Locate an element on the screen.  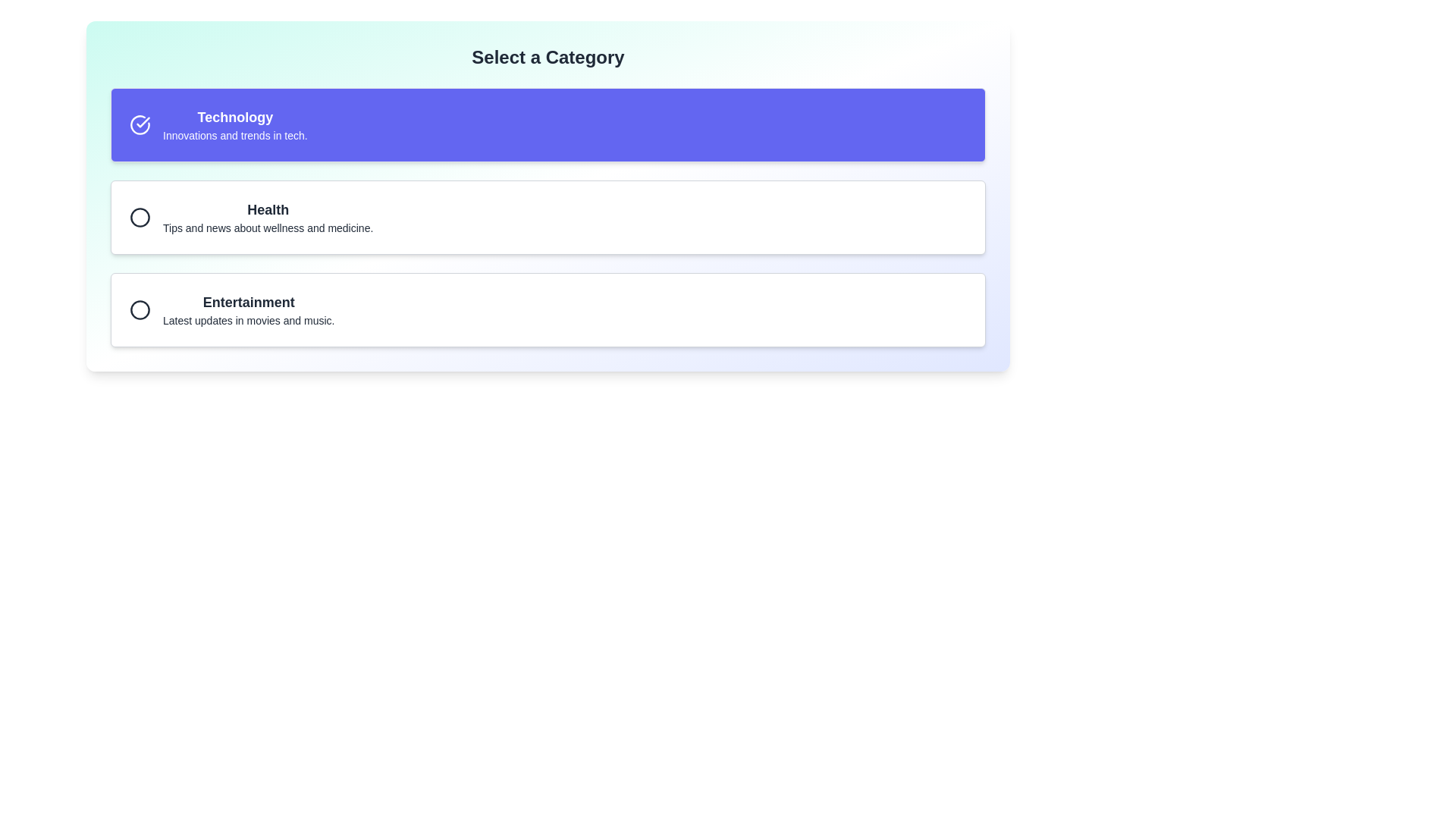
the text label that provides additional information about the 'Health' category, located below the 'Health' header in the second category option is located at coordinates (268, 227).